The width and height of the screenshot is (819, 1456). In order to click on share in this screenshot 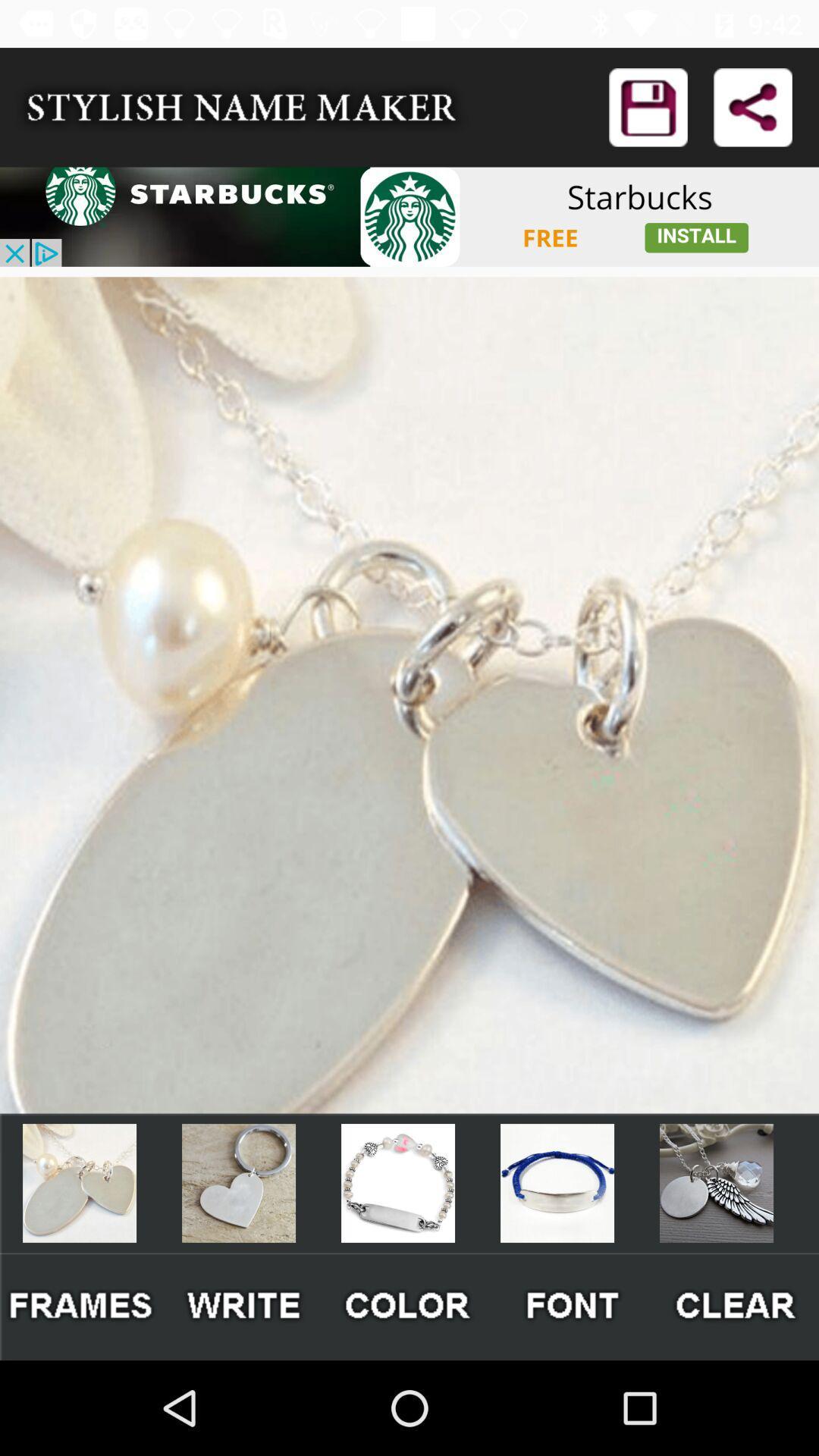, I will do `click(752, 106)`.